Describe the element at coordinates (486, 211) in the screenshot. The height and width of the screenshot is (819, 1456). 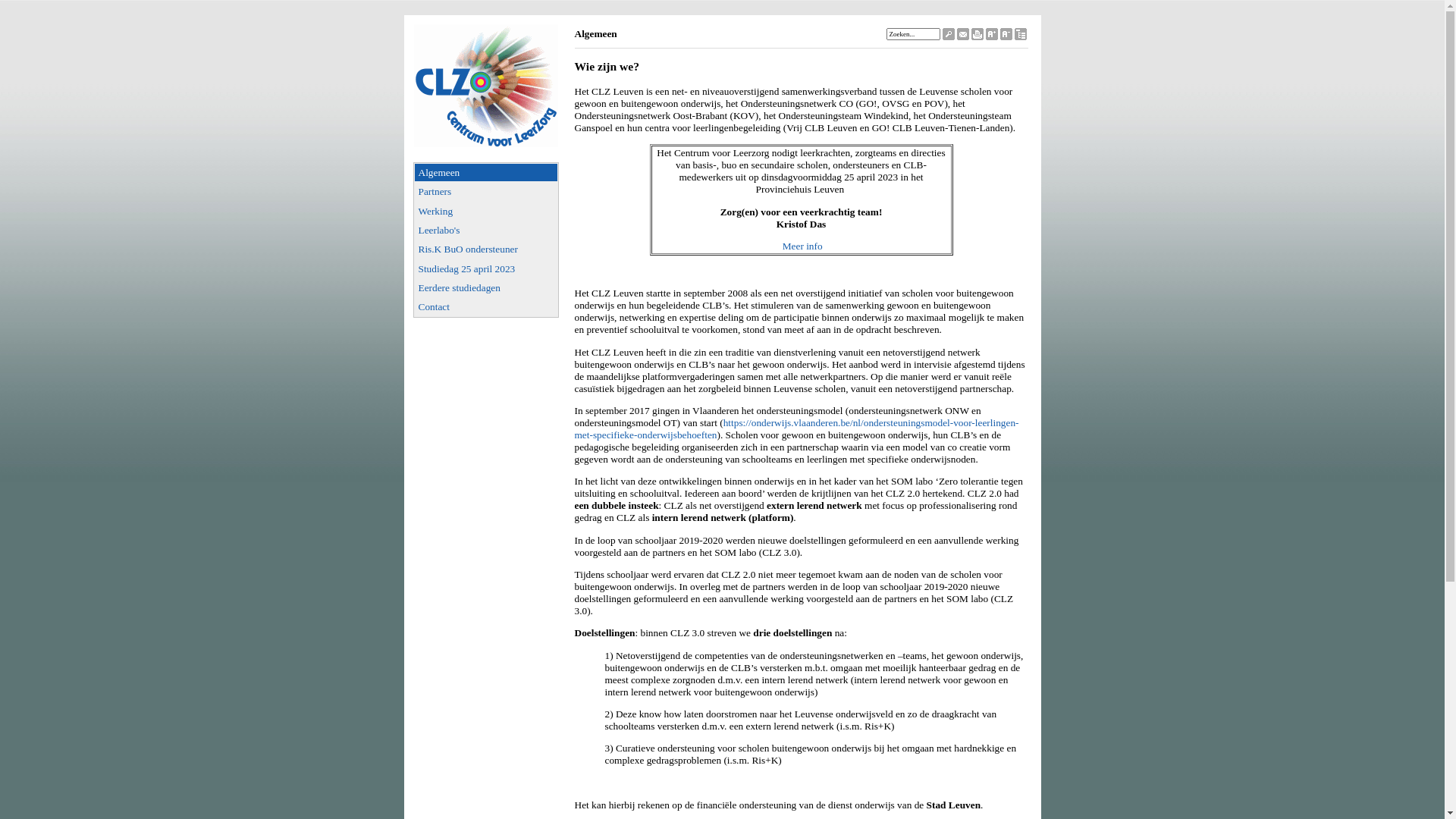
I see `'Werking'` at that location.